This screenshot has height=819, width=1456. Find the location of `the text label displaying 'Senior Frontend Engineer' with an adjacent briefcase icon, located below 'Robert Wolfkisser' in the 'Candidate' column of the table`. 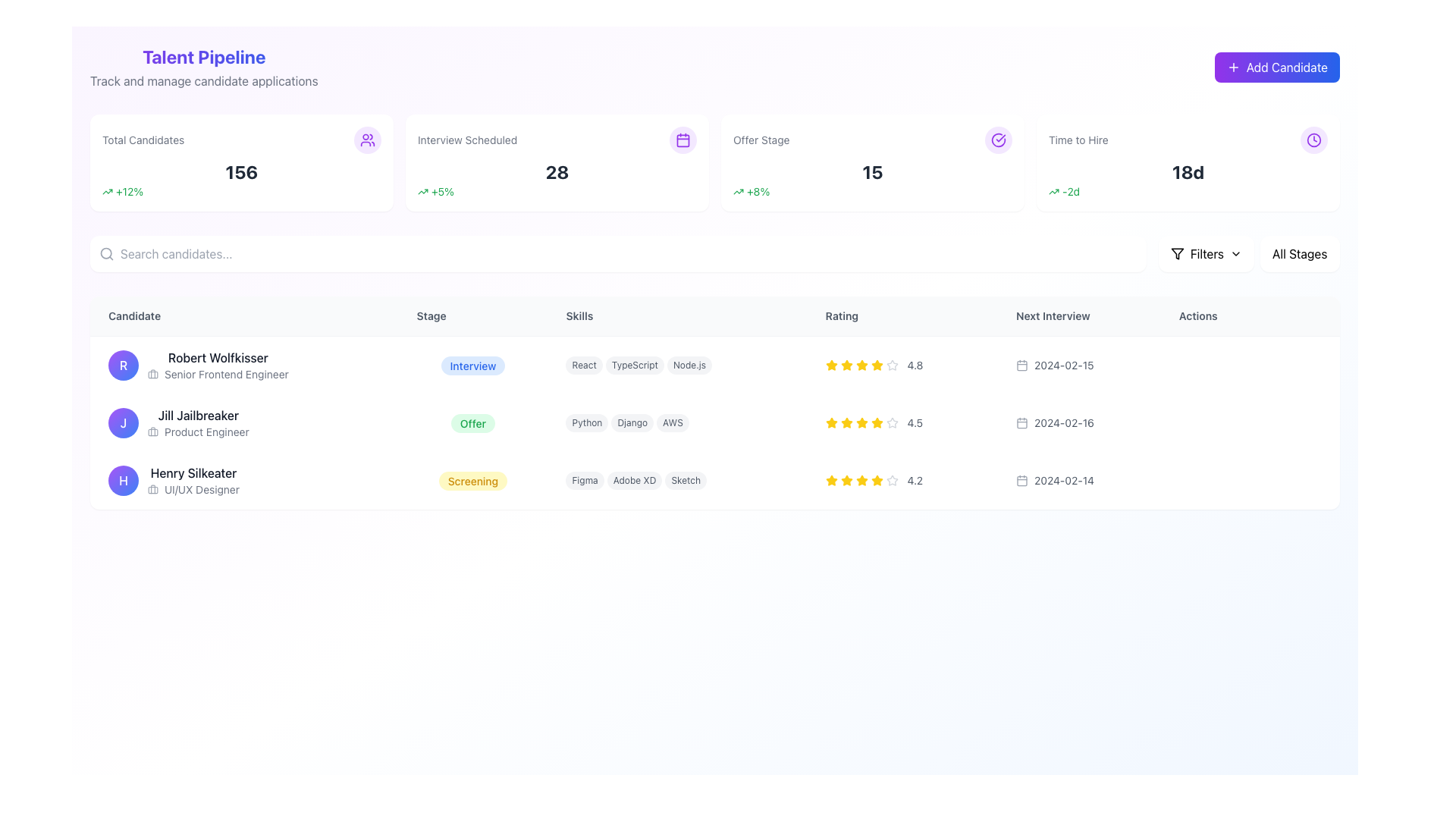

the text label displaying 'Senior Frontend Engineer' with an adjacent briefcase icon, located below 'Robert Wolfkisser' in the 'Candidate' column of the table is located at coordinates (217, 374).